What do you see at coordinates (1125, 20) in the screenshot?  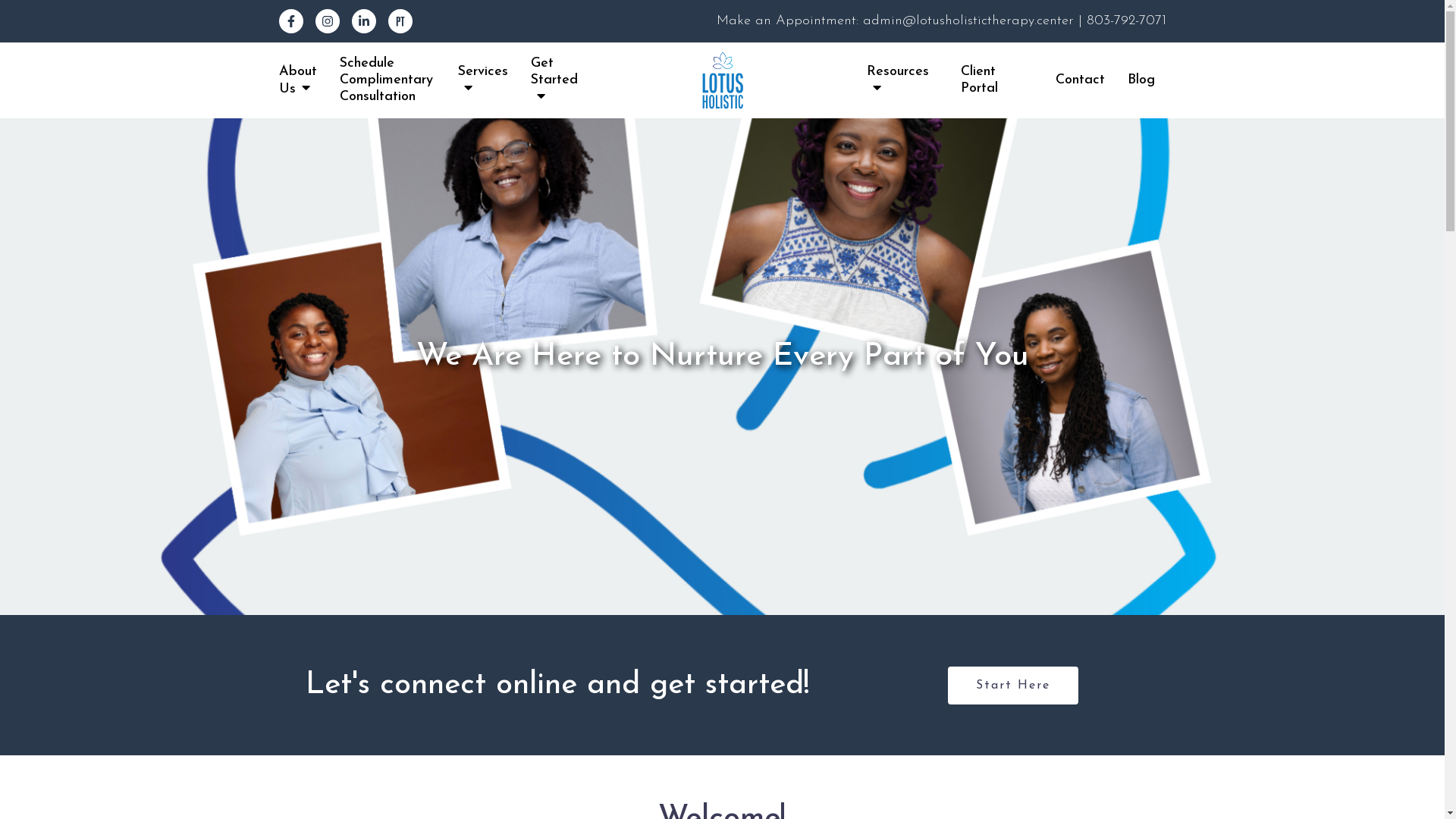 I see `'803-792-7071'` at bounding box center [1125, 20].